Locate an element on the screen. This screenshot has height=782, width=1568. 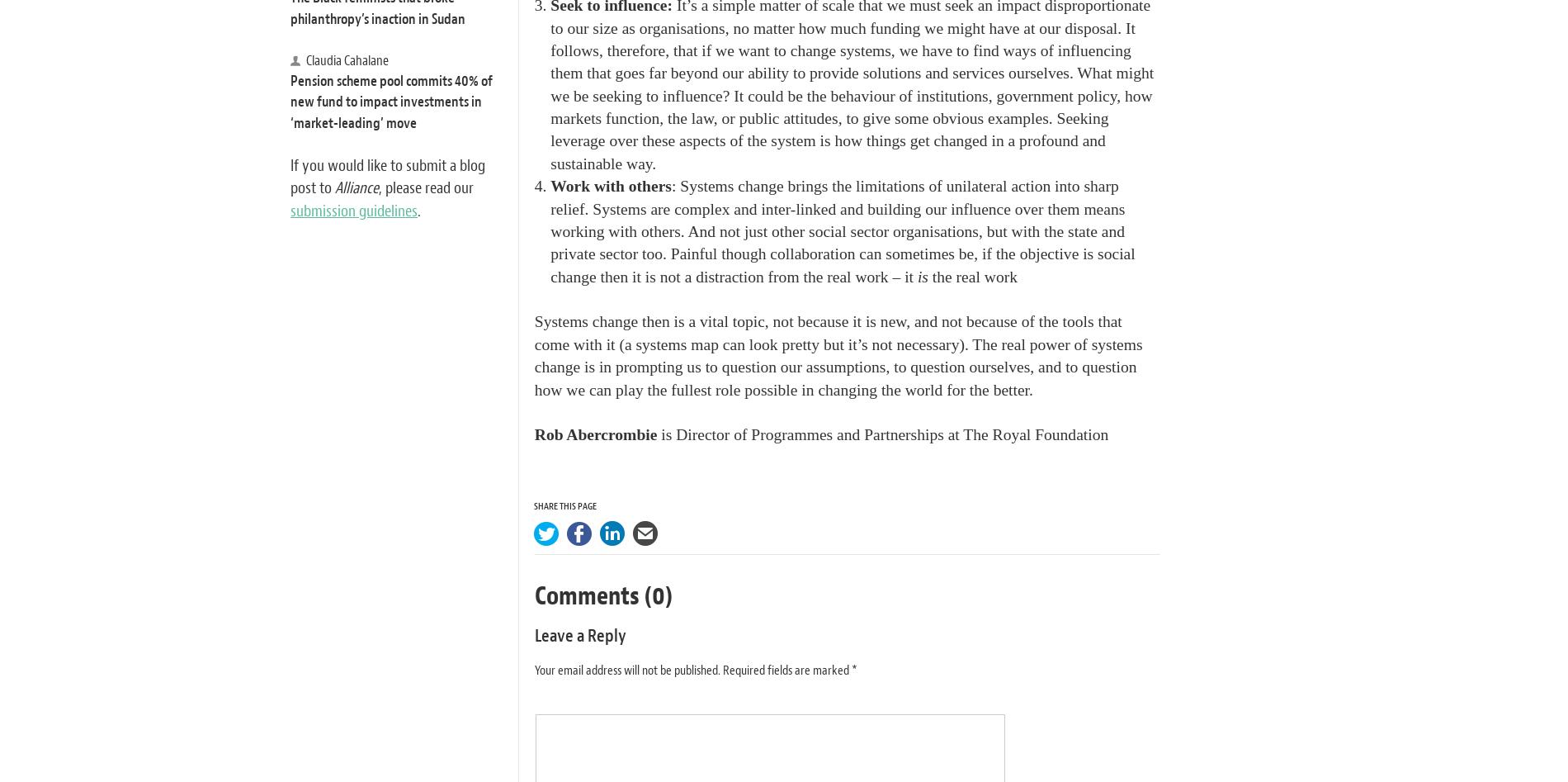
'Alliance' is located at coordinates (356, 187).